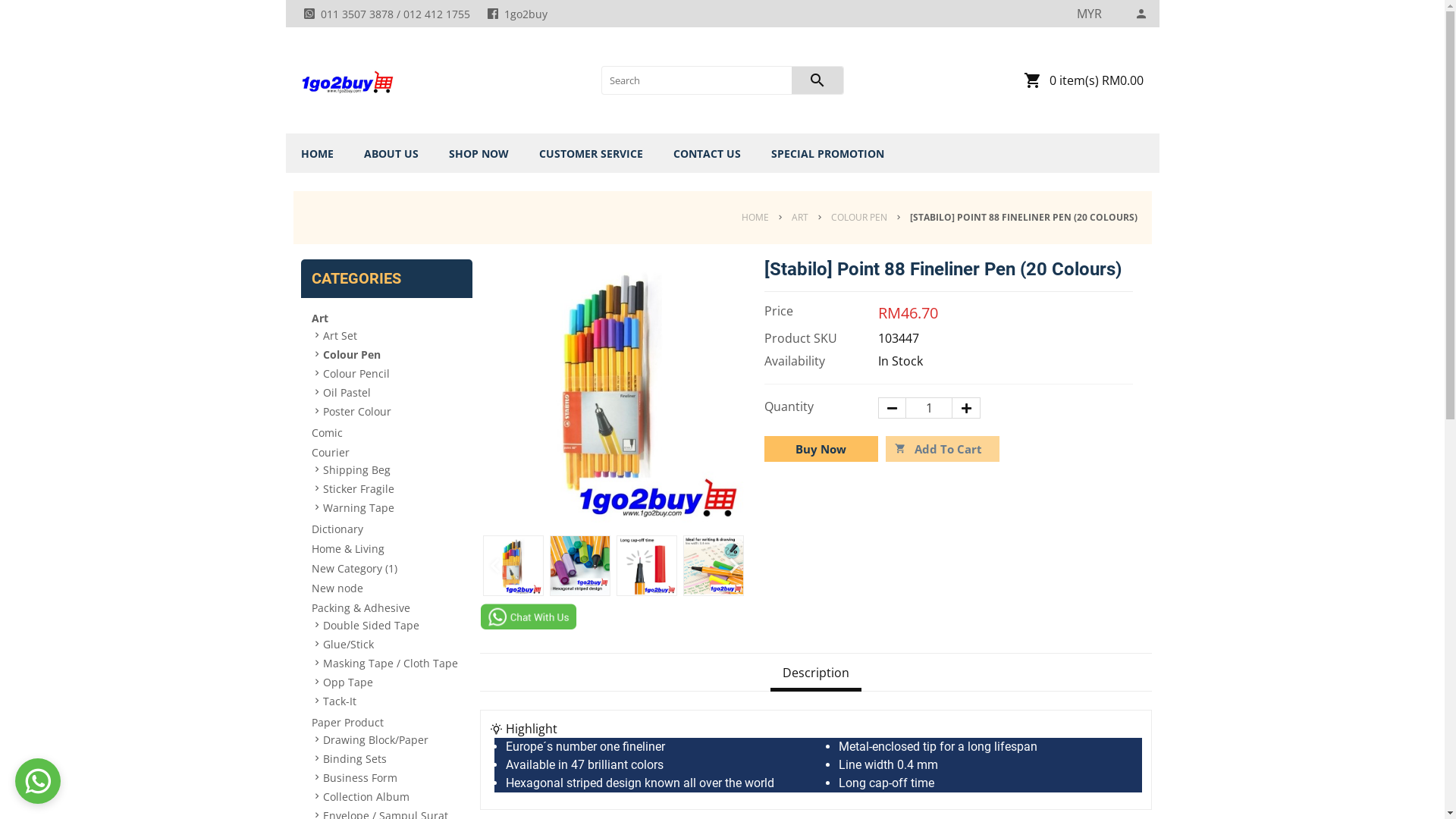 The width and height of the screenshot is (1456, 819). Describe the element at coordinates (322, 625) in the screenshot. I see `'Double Sided Tape'` at that location.